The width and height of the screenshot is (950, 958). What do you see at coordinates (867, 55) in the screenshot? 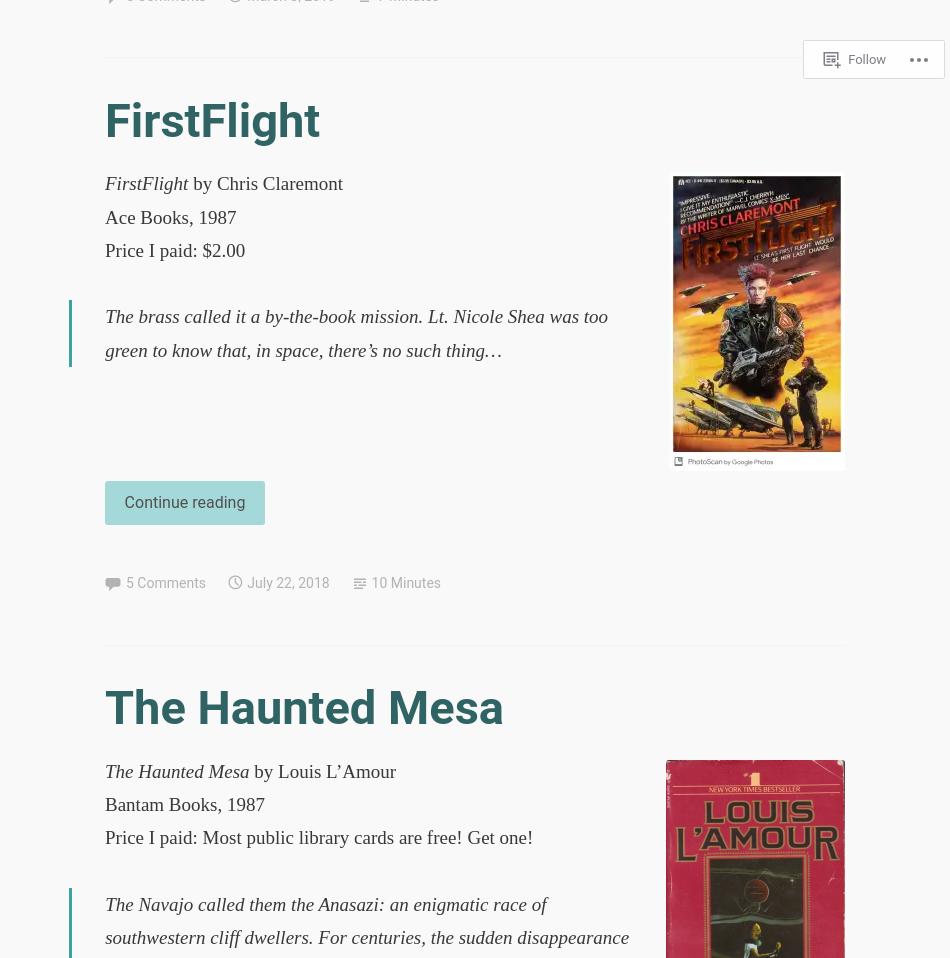
I see `'Follow'` at bounding box center [867, 55].